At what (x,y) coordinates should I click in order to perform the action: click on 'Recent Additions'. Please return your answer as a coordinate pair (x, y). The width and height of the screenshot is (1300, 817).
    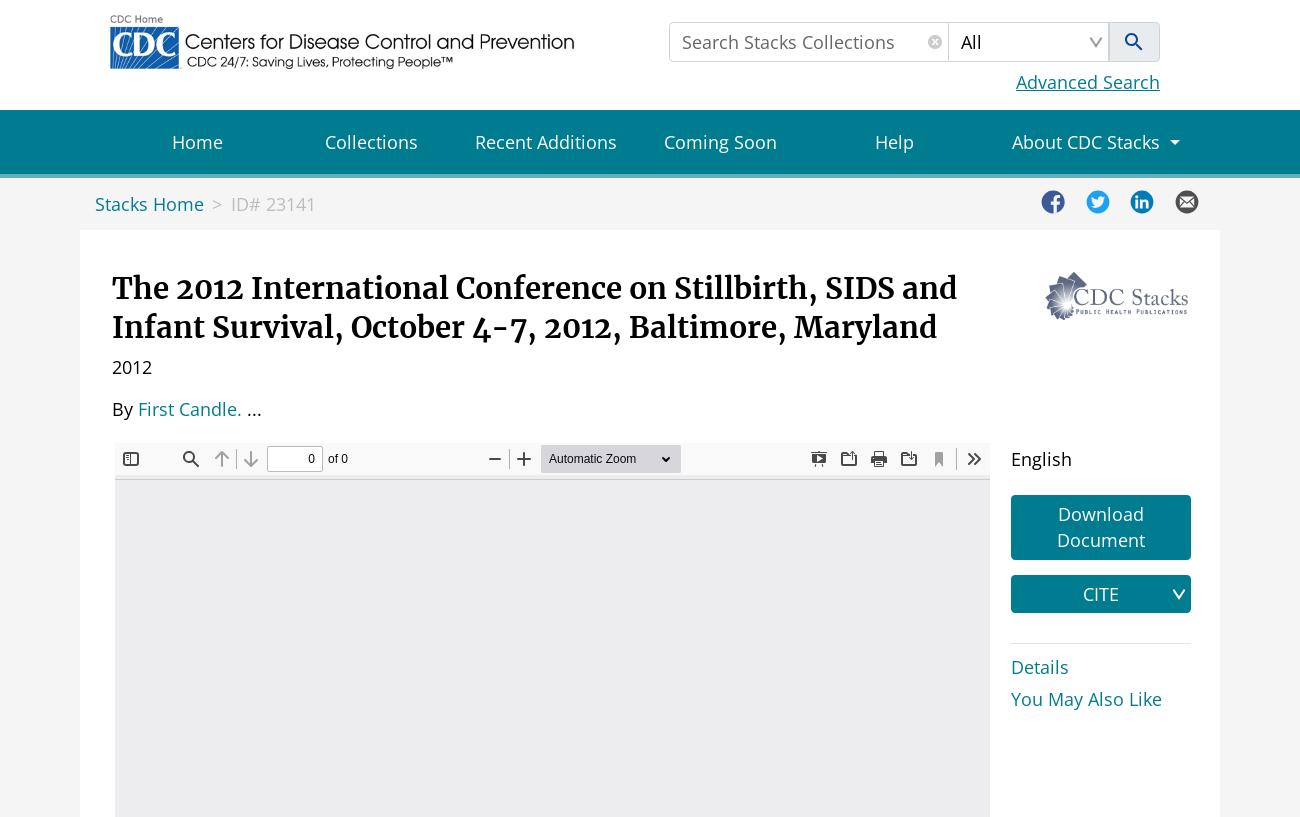
    Looking at the image, I should click on (545, 141).